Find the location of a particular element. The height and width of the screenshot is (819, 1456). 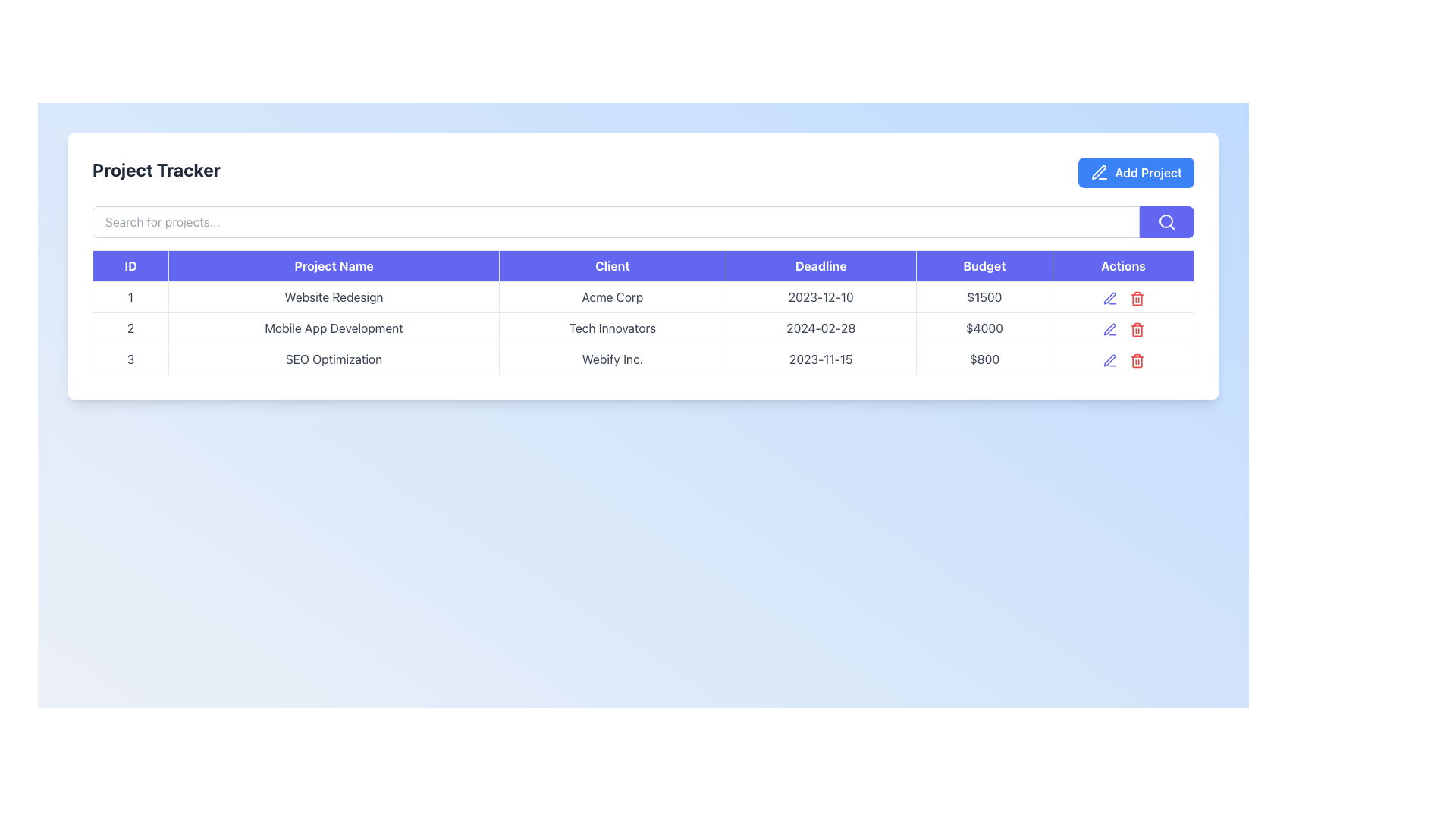

the budget value cell for the project 'SEO Optimization' located in the last row of the table under the 'Budget' column is located at coordinates (984, 359).